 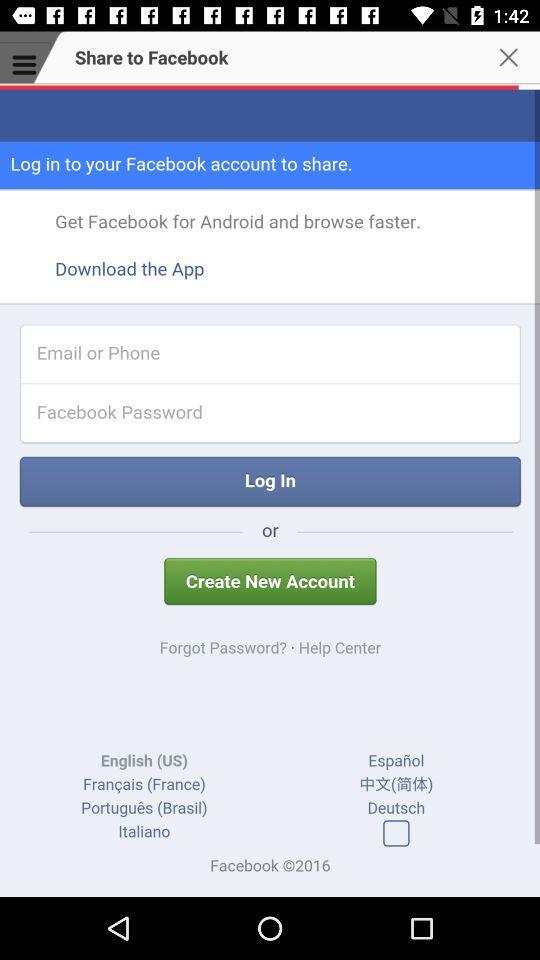 I want to click on the menu icon, so click(x=24, y=65).